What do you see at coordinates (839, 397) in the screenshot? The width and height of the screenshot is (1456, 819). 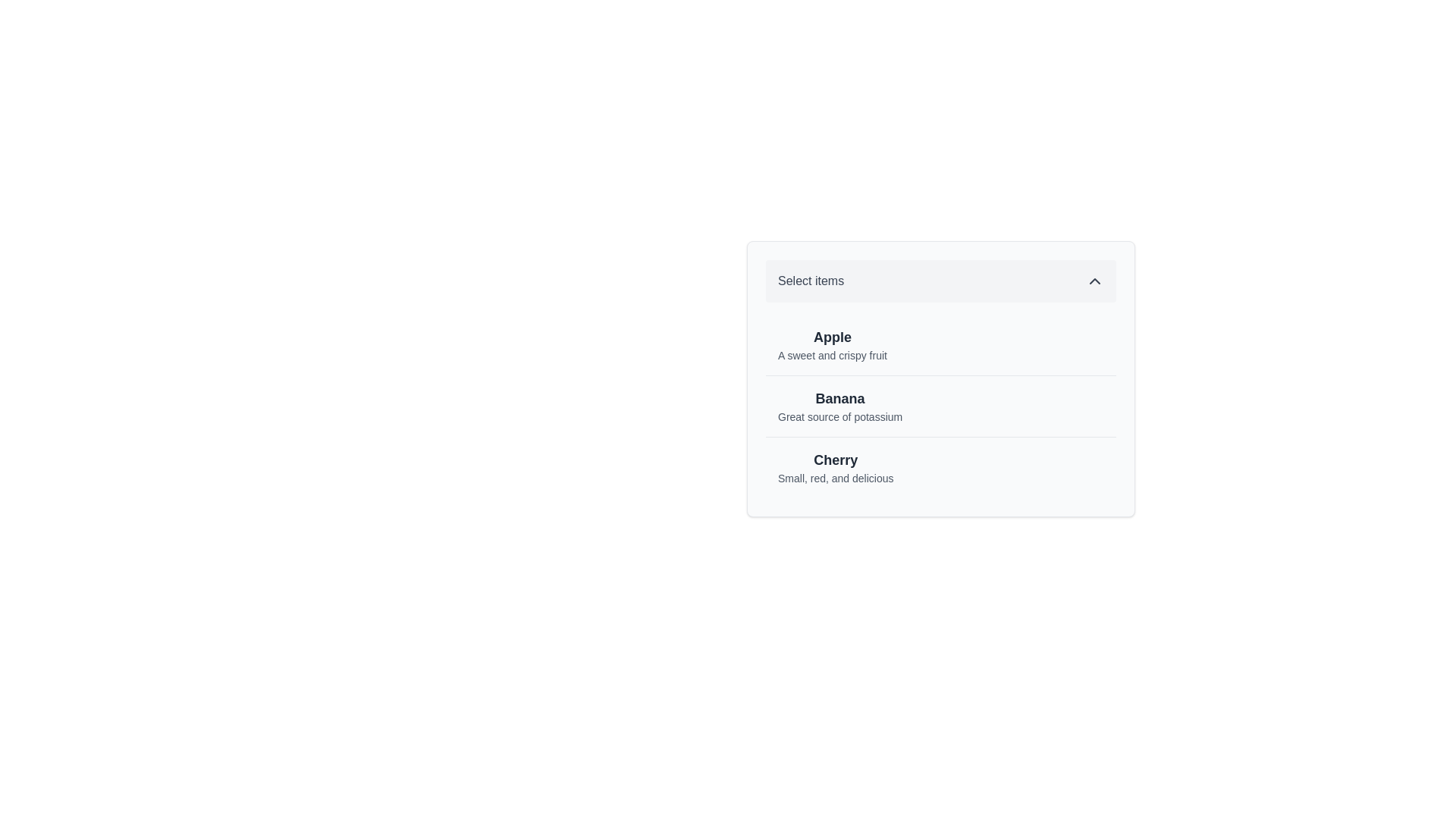 I see `the text label 'Banana', which is styled in a large, bold, dark gray font and is the second item in the dropdown list under 'Select items'` at bounding box center [839, 397].